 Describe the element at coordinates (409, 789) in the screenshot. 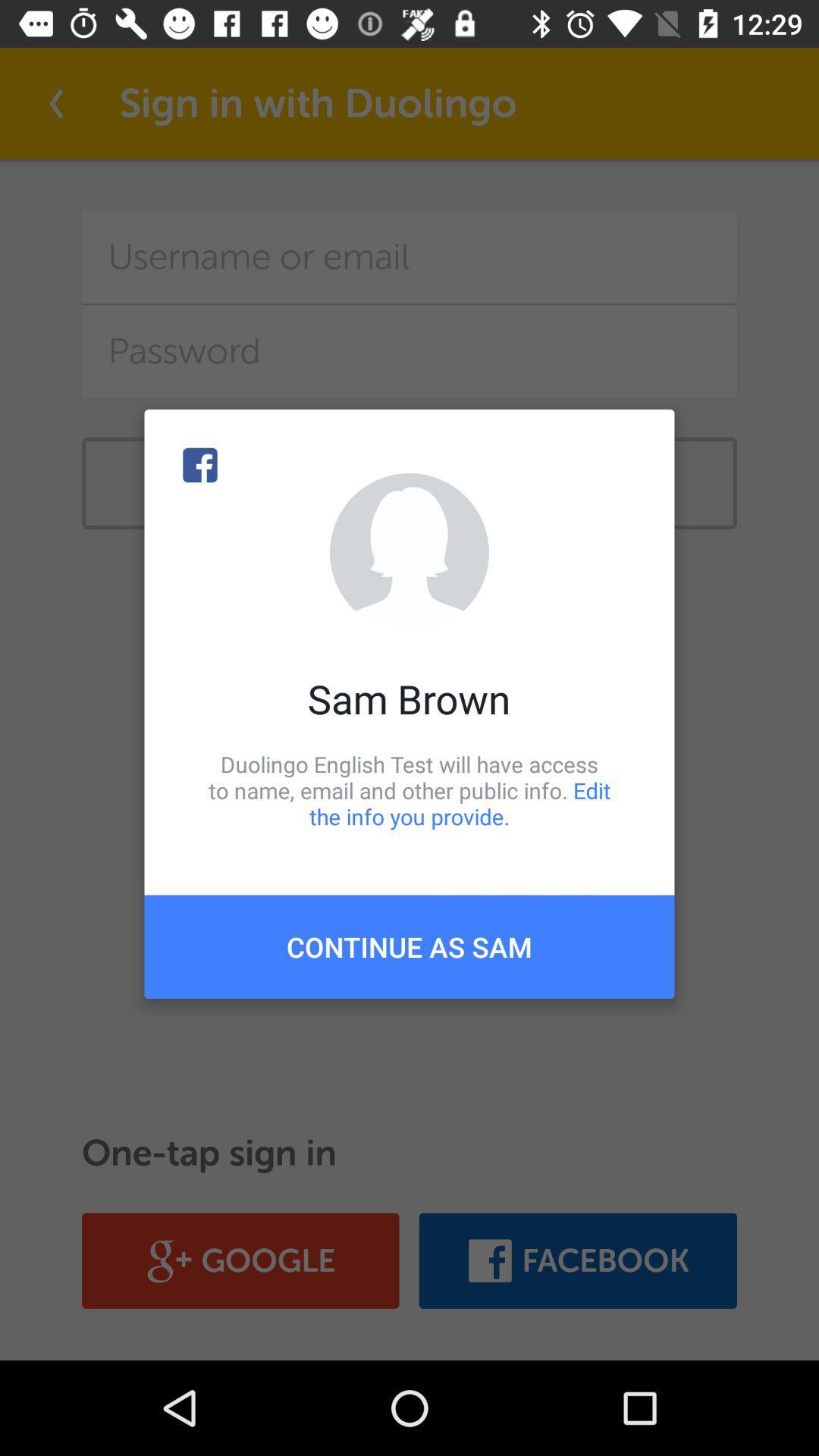

I see `duolingo english test icon` at that location.